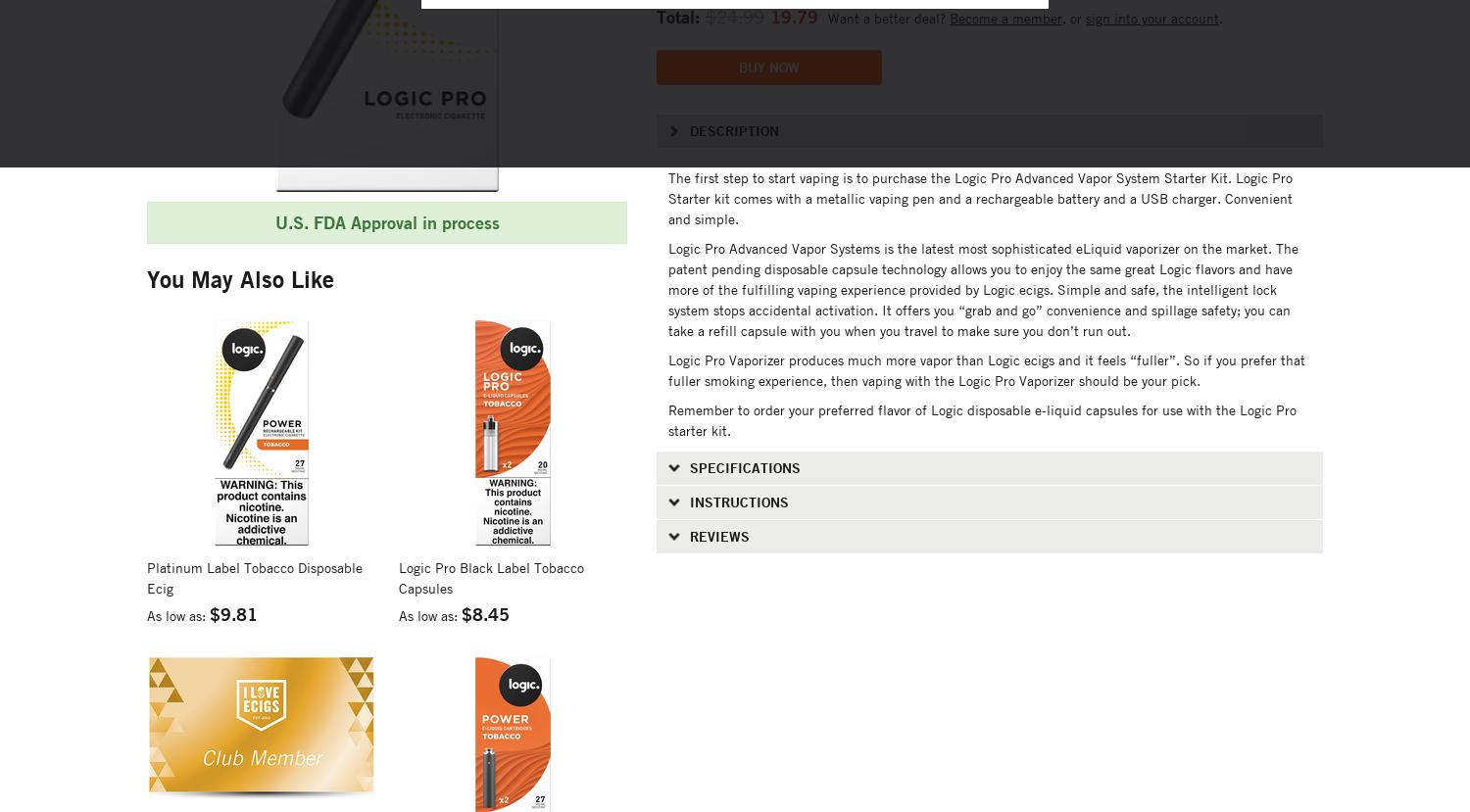 The width and height of the screenshot is (1470, 812). I want to click on 'Want a better deal?', so click(826, 17).